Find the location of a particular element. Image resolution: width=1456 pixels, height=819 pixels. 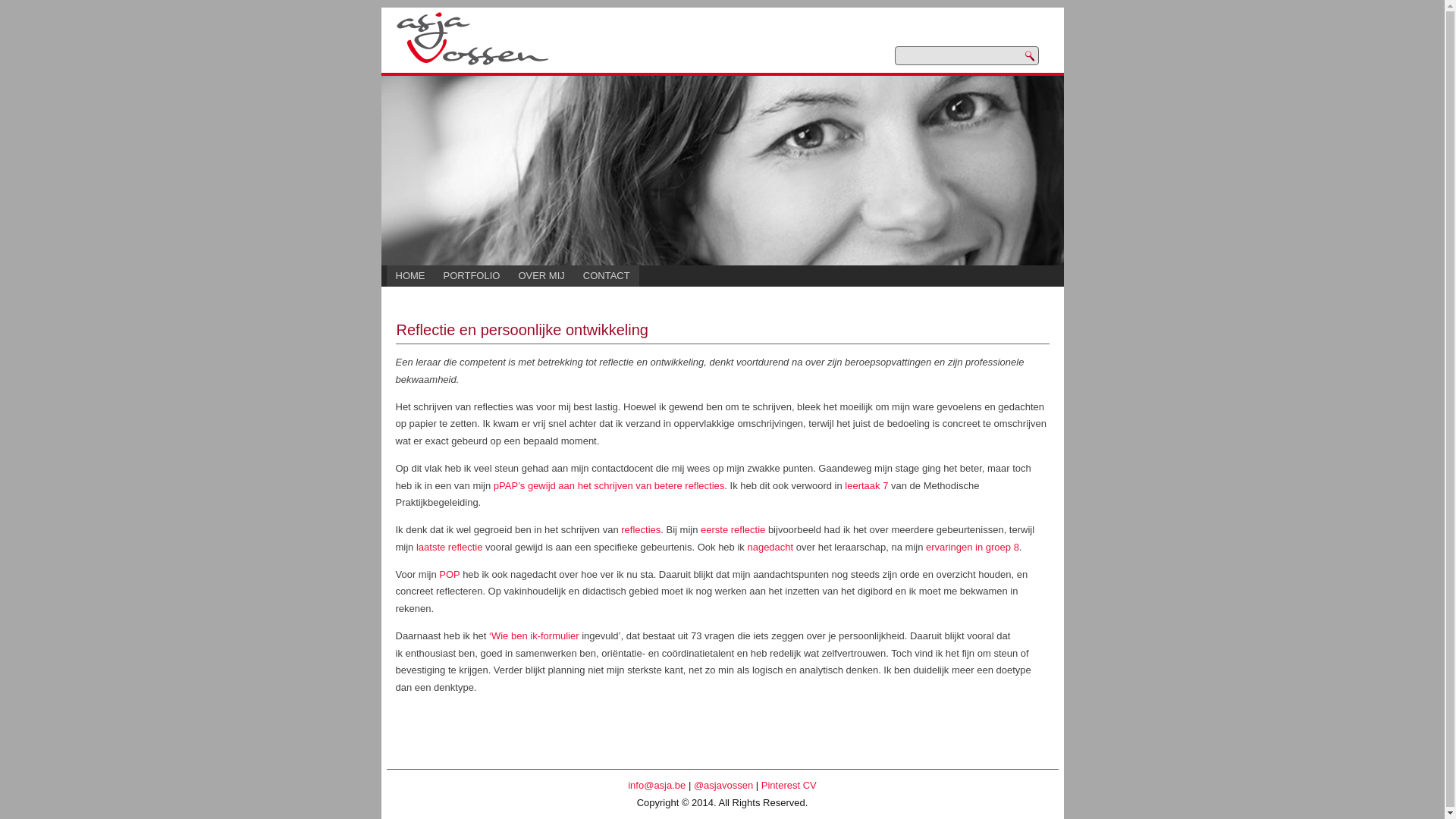

'CONTACT' is located at coordinates (573, 275).